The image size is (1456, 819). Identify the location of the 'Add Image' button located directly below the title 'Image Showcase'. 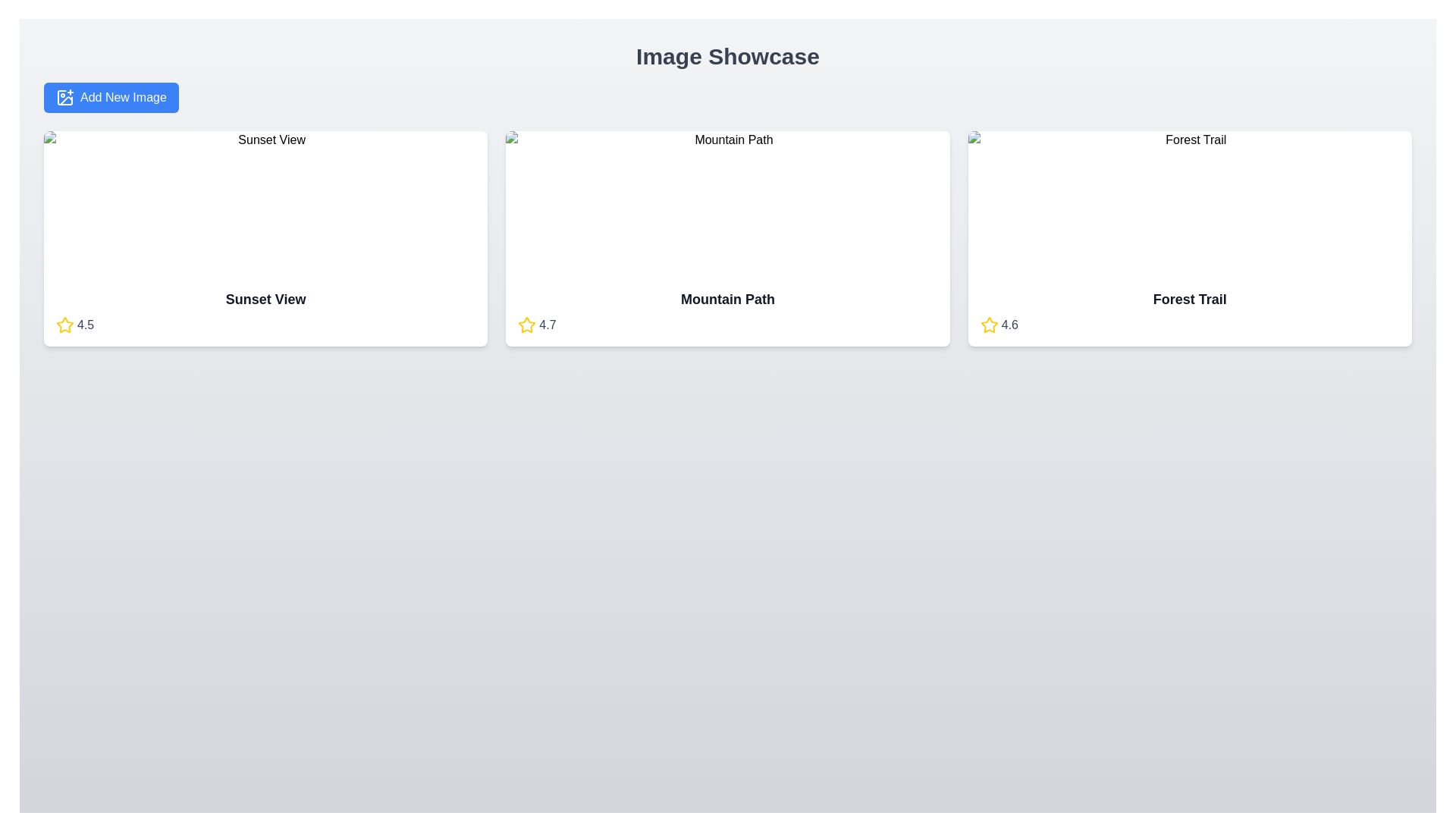
(110, 97).